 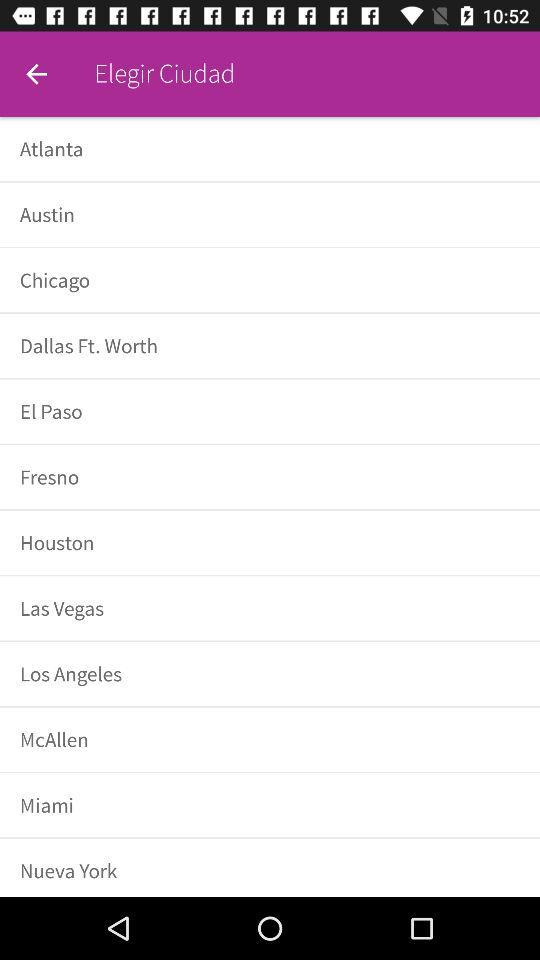 I want to click on go back, so click(x=36, y=74).